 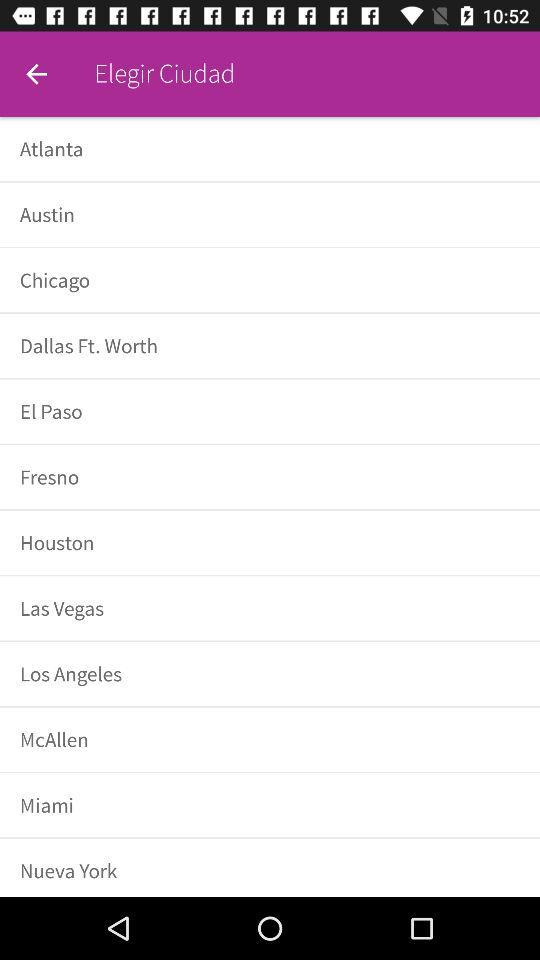 I want to click on go back, so click(x=36, y=74).